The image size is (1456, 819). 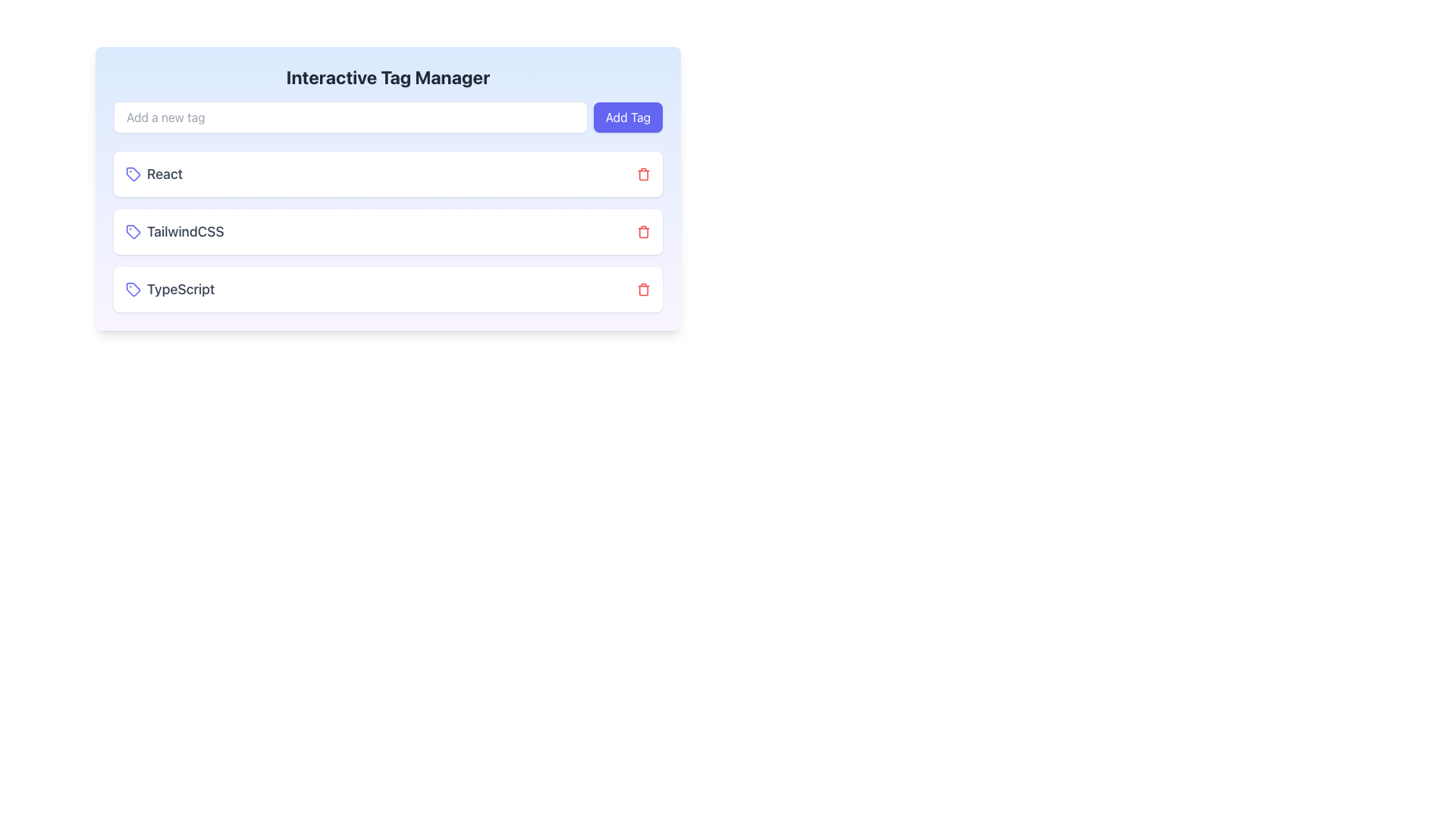 I want to click on the indigo-colored tag icon representing a categorization or labeling within the SVG graphic, positioned towards the upper region of the 'TailwindCSS' labeled tag item, so click(x=133, y=231).